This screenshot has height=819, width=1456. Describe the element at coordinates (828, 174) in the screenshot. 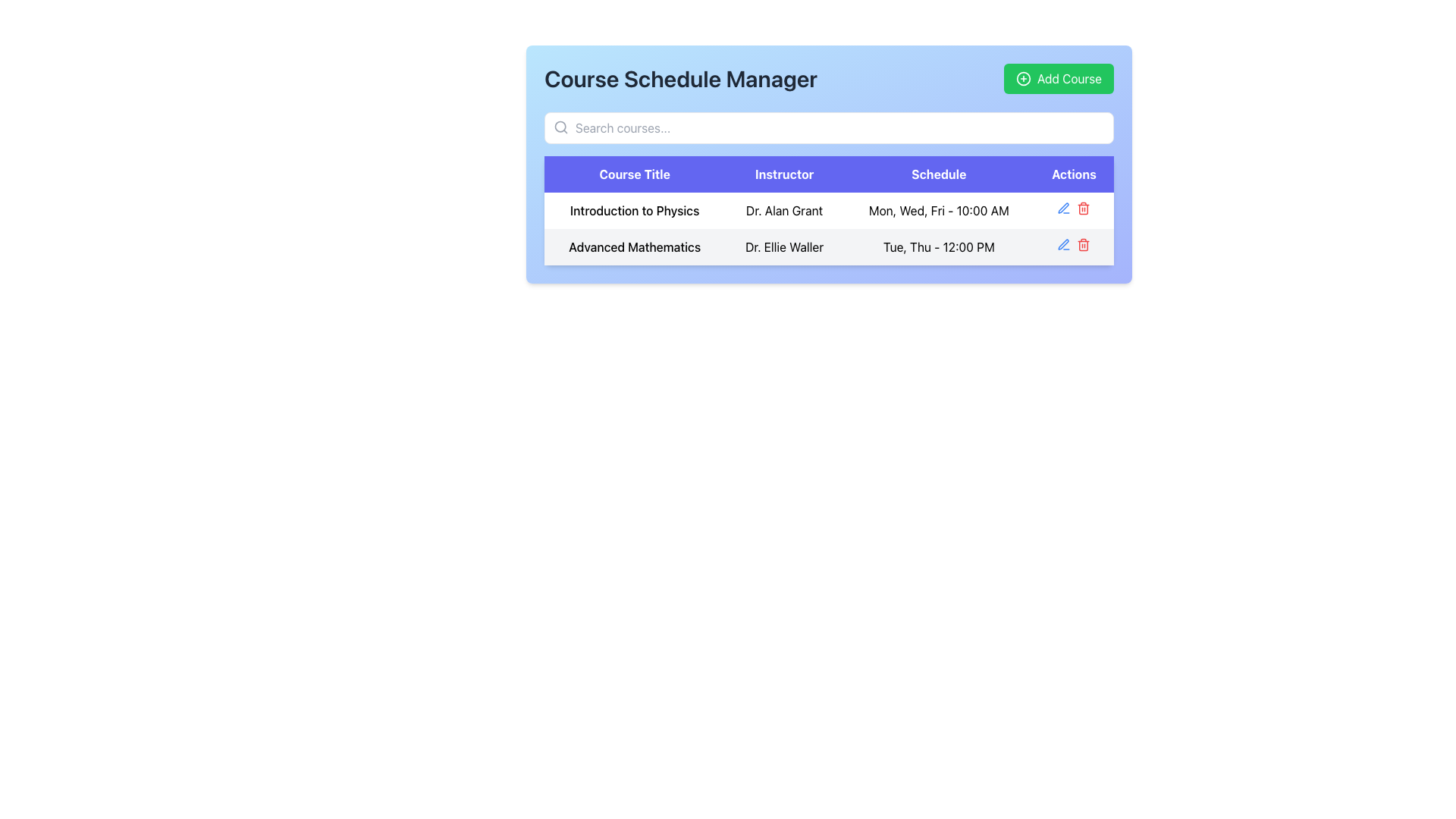

I see `Table Header Row that organizes course information, labeling the columns for the data contained in the table` at that location.